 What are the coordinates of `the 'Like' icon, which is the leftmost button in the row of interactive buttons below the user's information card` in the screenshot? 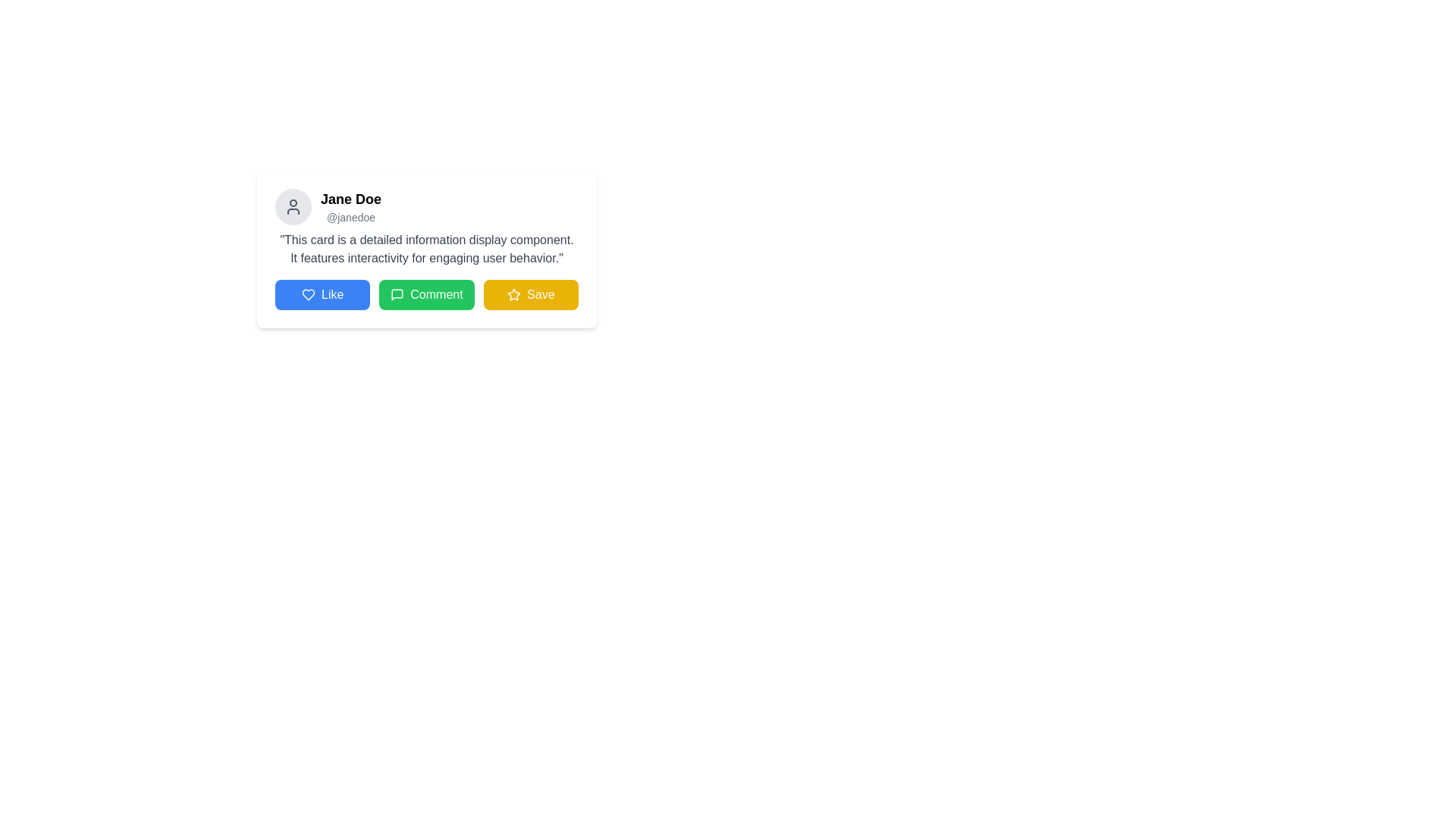 It's located at (308, 295).